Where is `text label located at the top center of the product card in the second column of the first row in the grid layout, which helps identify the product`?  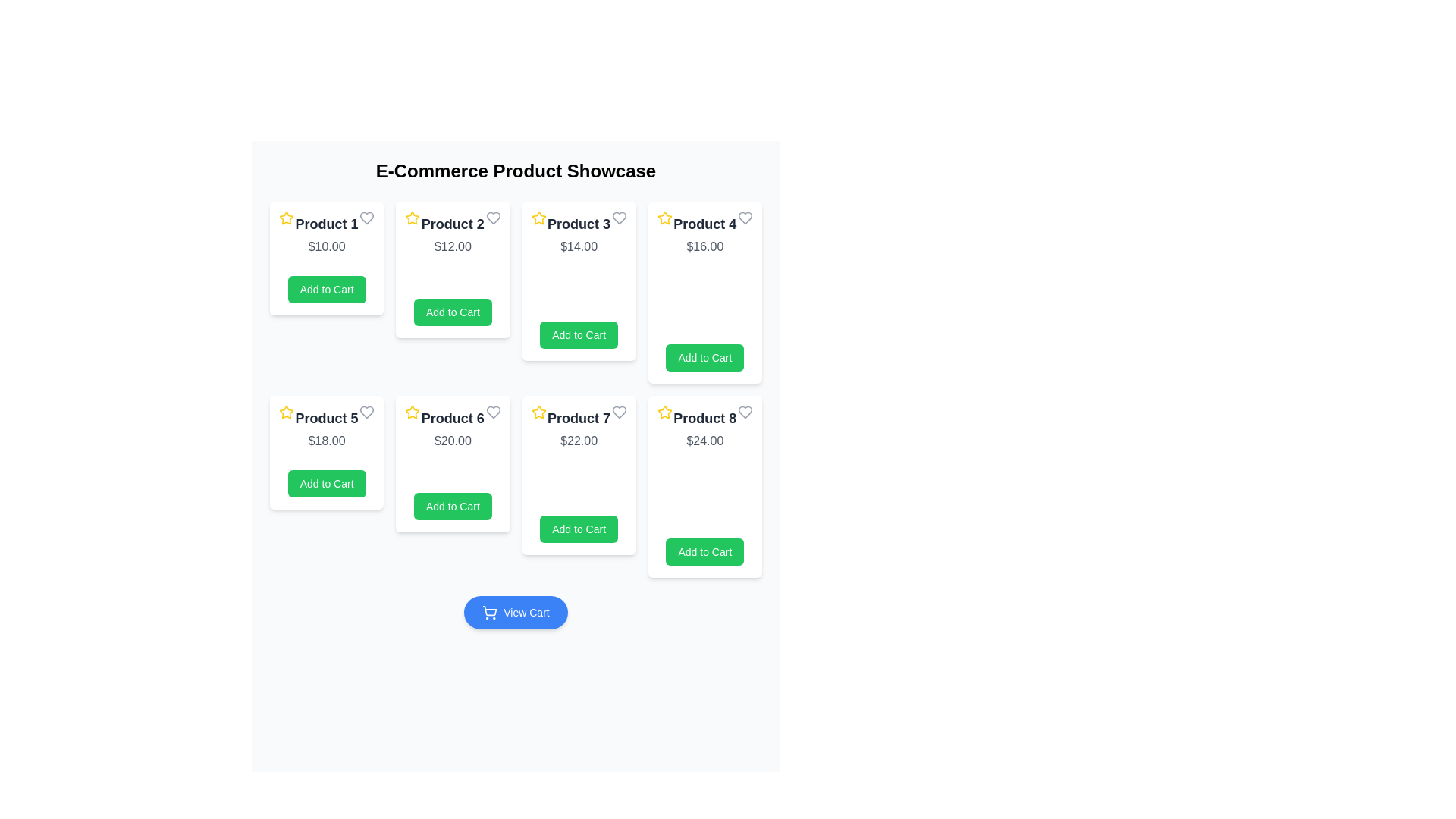
text label located at the top center of the product card in the second column of the first row in the grid layout, which helps identify the product is located at coordinates (578, 224).